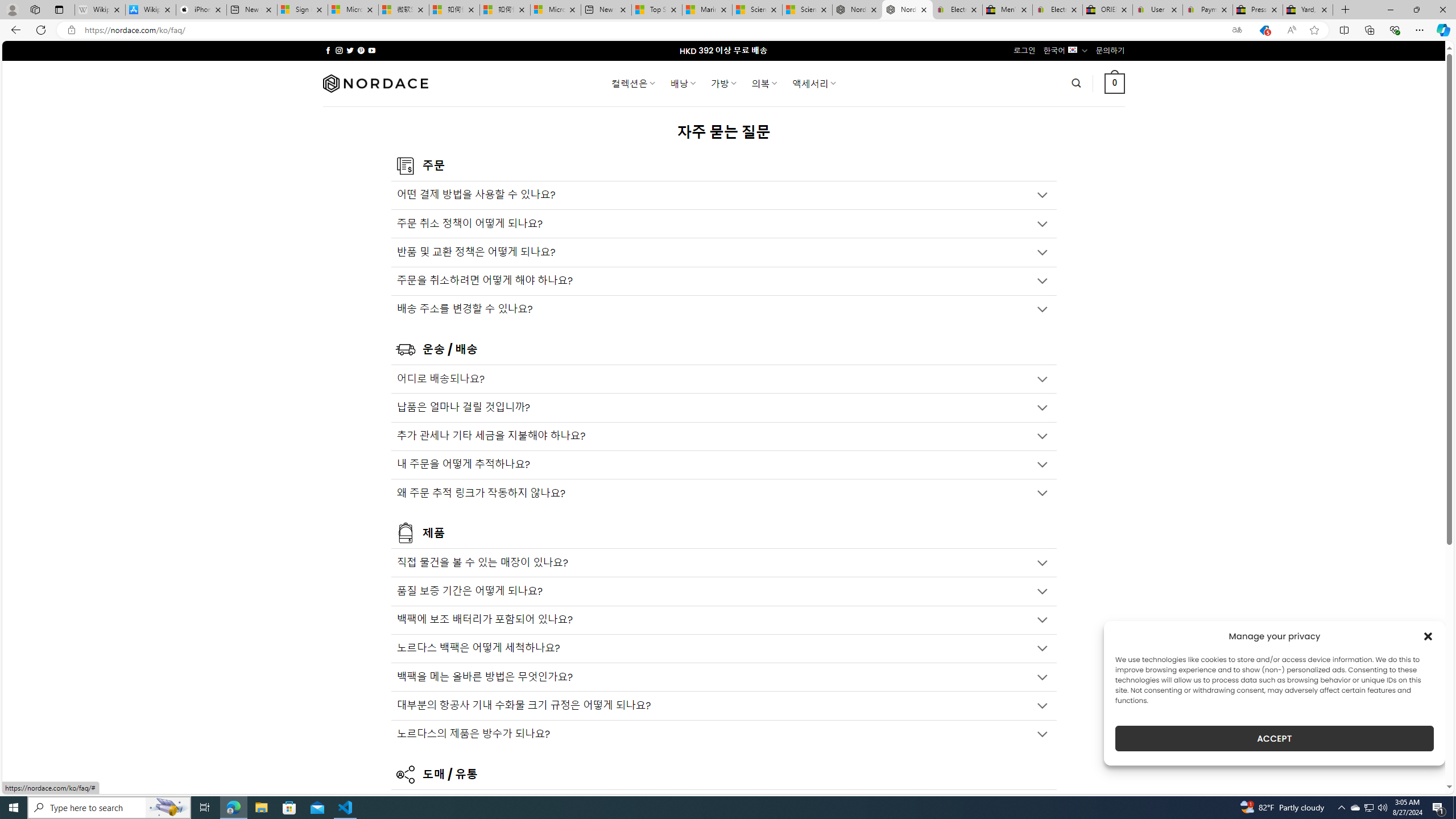 This screenshot has width=1456, height=819. Describe the element at coordinates (656, 9) in the screenshot. I see `'Top Stories - MSN'` at that location.